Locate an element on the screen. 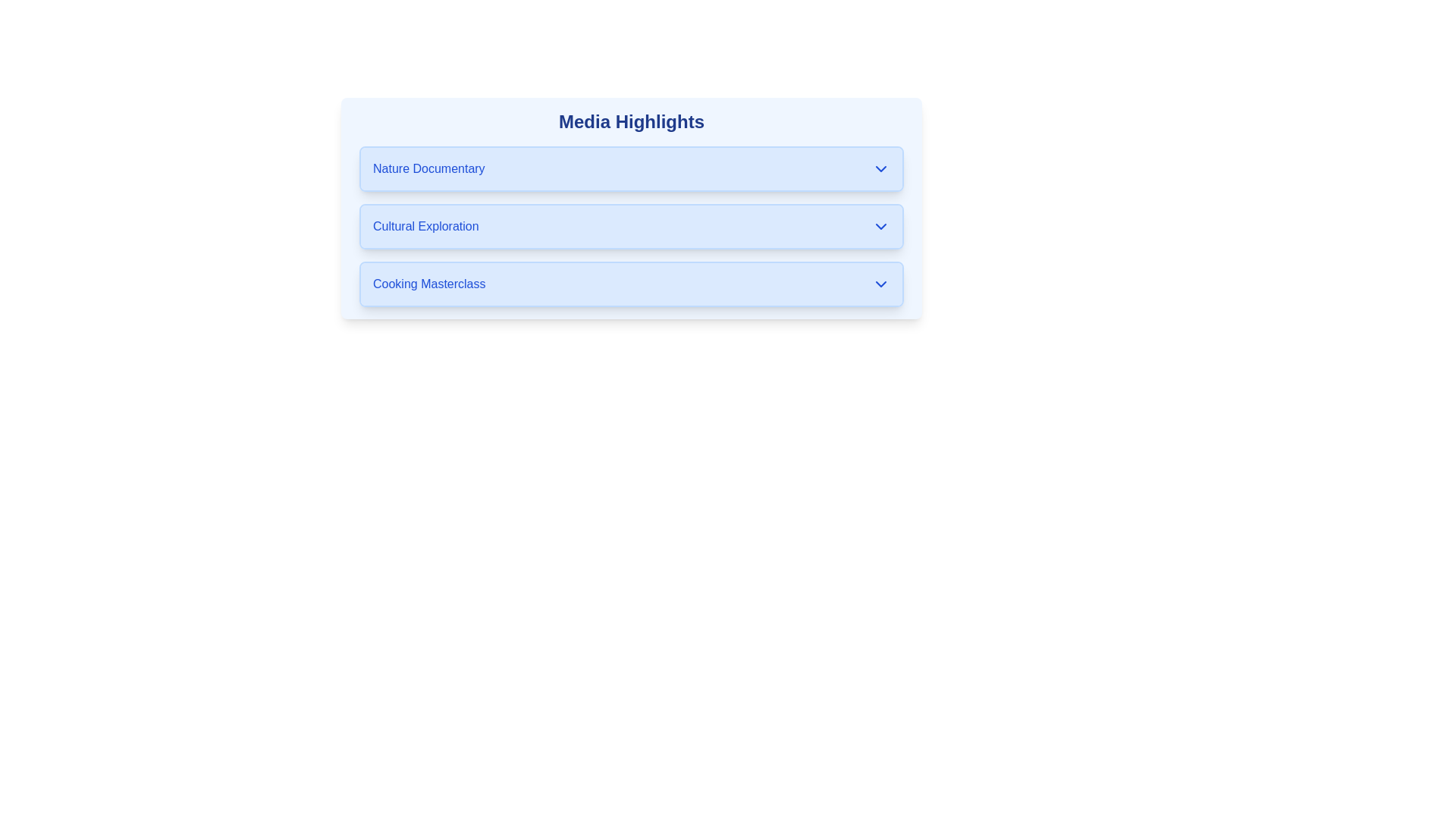 This screenshot has height=819, width=1456. the 'Cultural Exploration' button with a dropdown indicator for keyboard navigation is located at coordinates (632, 227).